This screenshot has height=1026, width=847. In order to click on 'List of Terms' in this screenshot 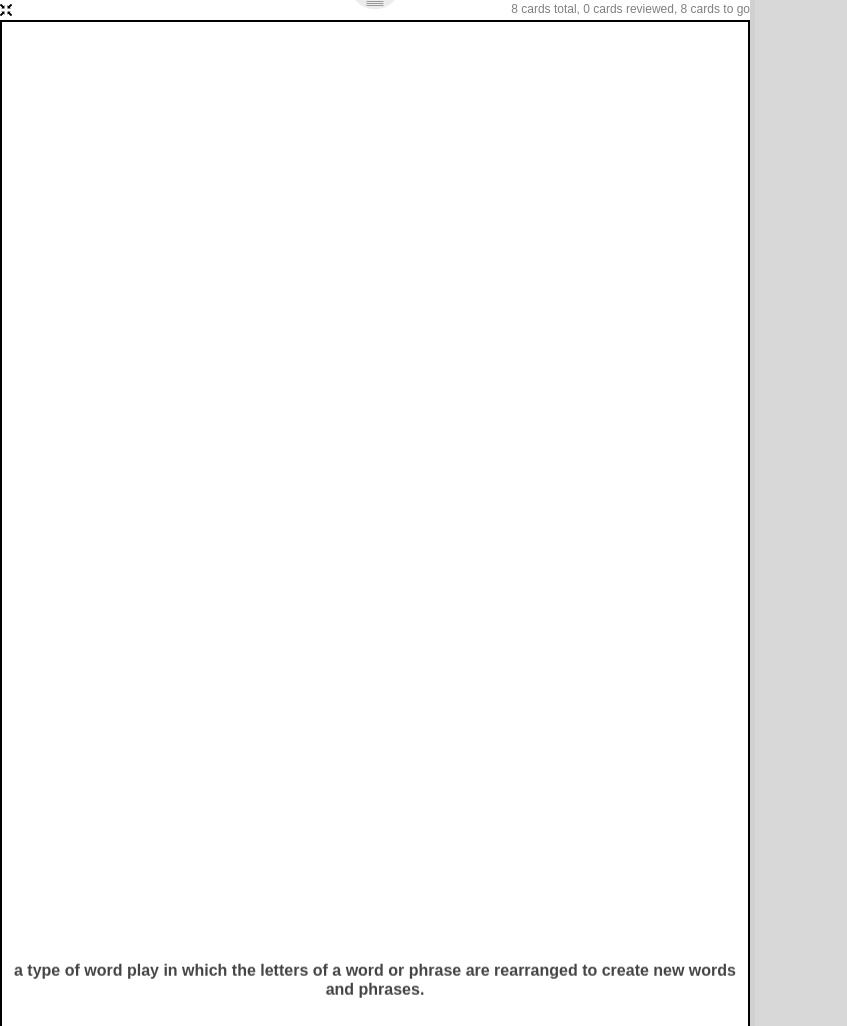, I will do `click(63, 398)`.